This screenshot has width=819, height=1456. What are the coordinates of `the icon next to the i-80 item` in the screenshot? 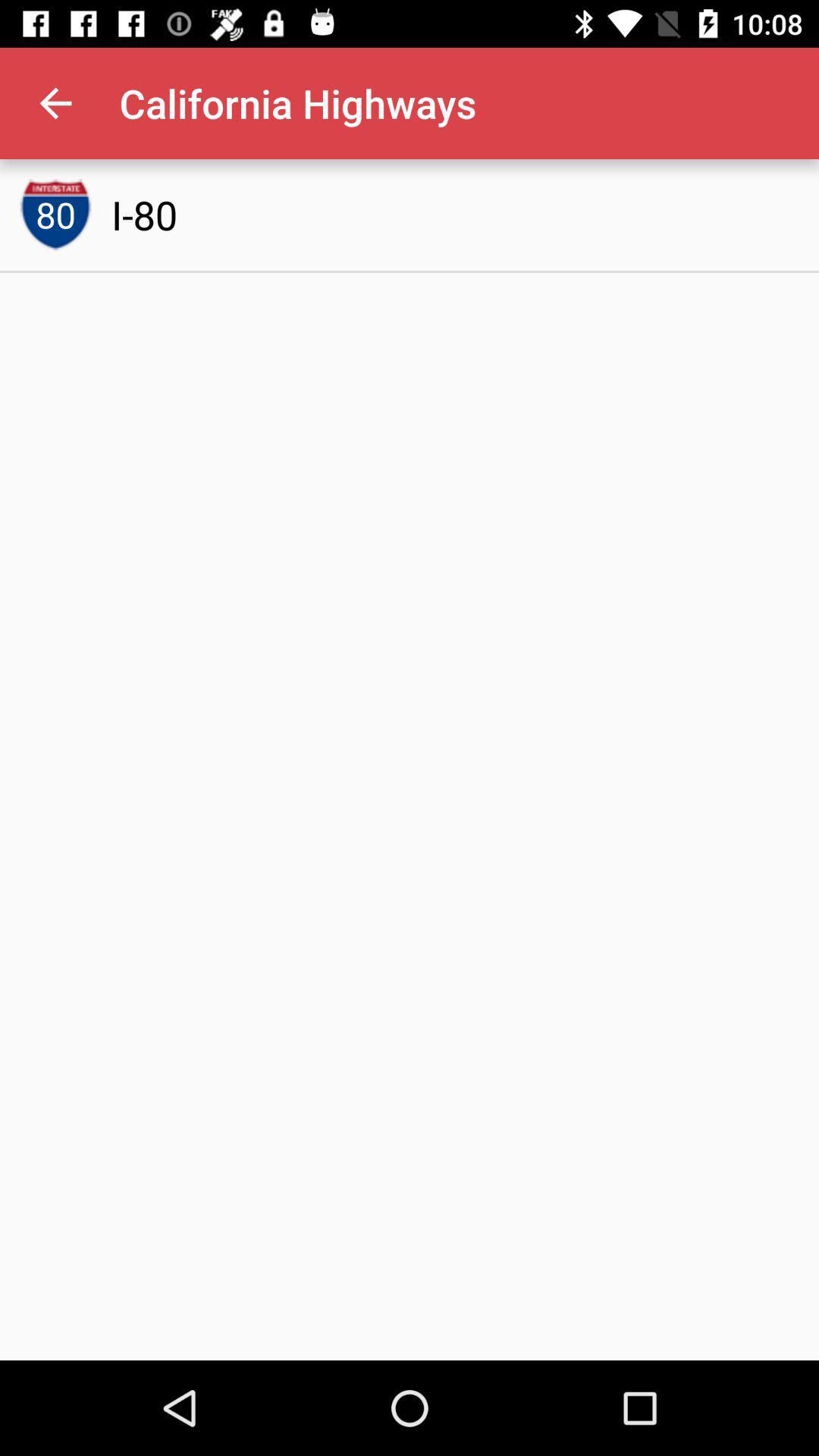 It's located at (55, 214).